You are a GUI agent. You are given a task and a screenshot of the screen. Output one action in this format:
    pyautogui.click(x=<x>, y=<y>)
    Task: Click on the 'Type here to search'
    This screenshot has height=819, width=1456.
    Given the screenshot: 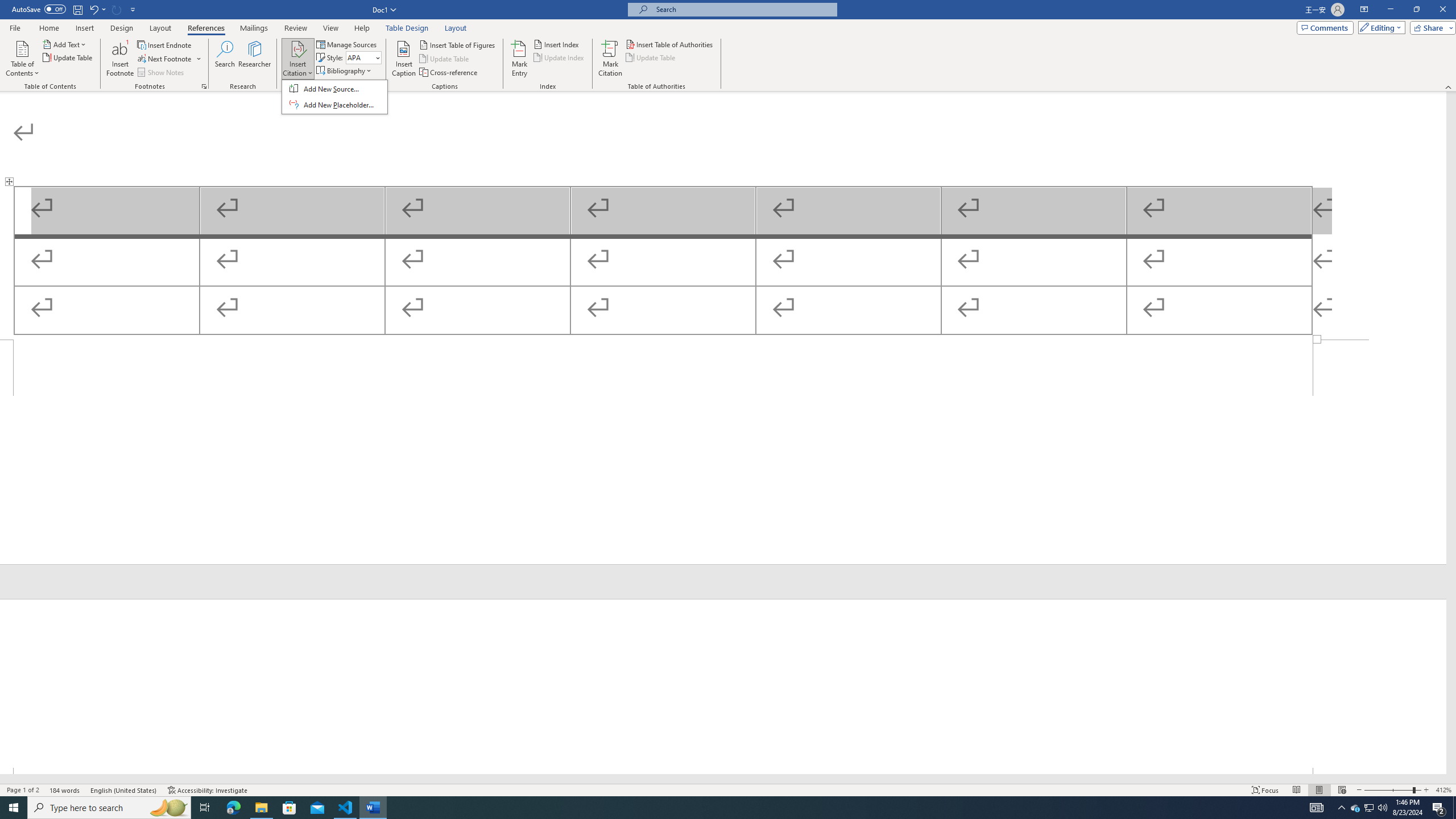 What is the action you would take?
    pyautogui.click(x=109, y=806)
    